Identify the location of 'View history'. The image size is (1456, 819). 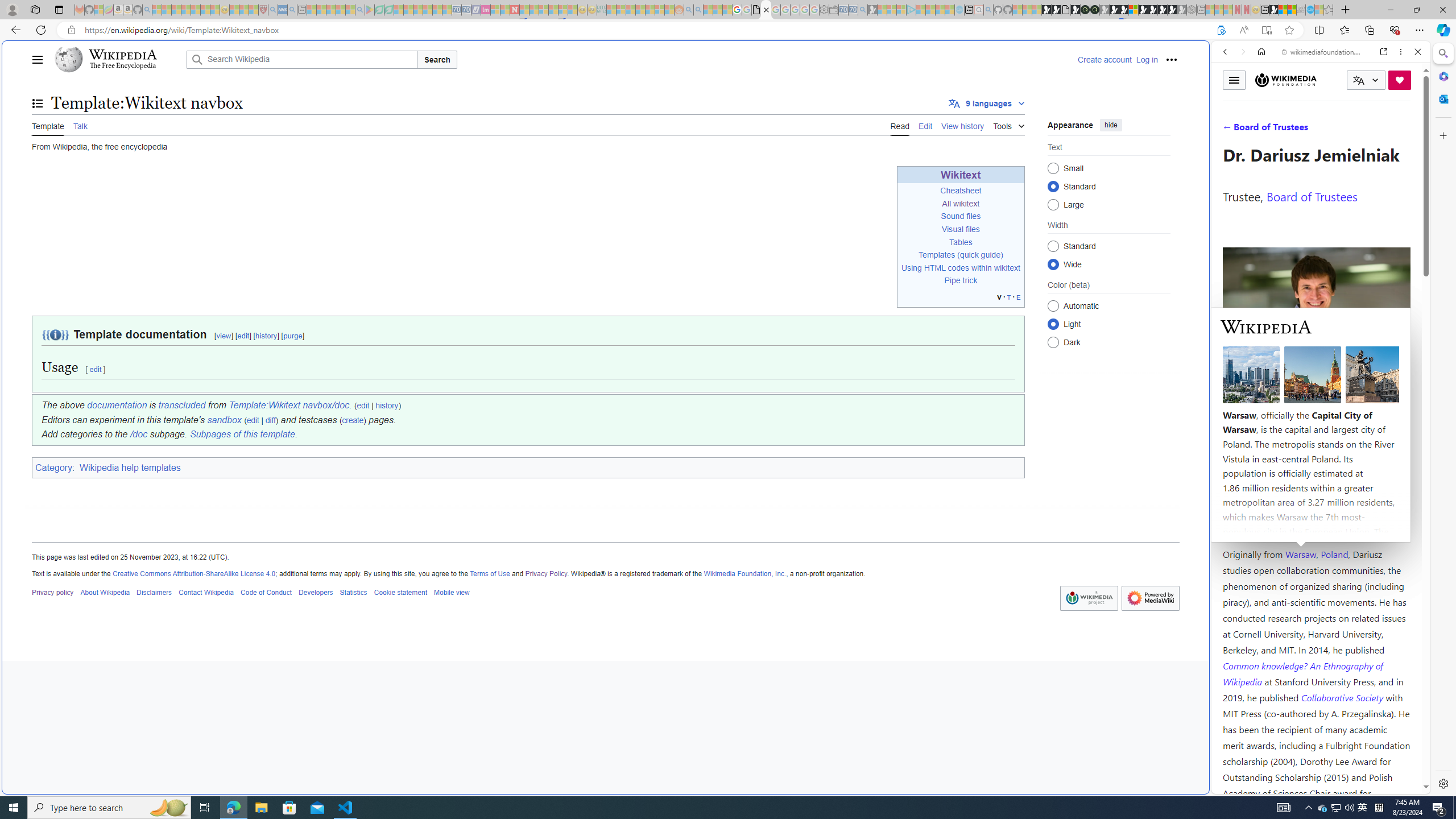
(962, 124).